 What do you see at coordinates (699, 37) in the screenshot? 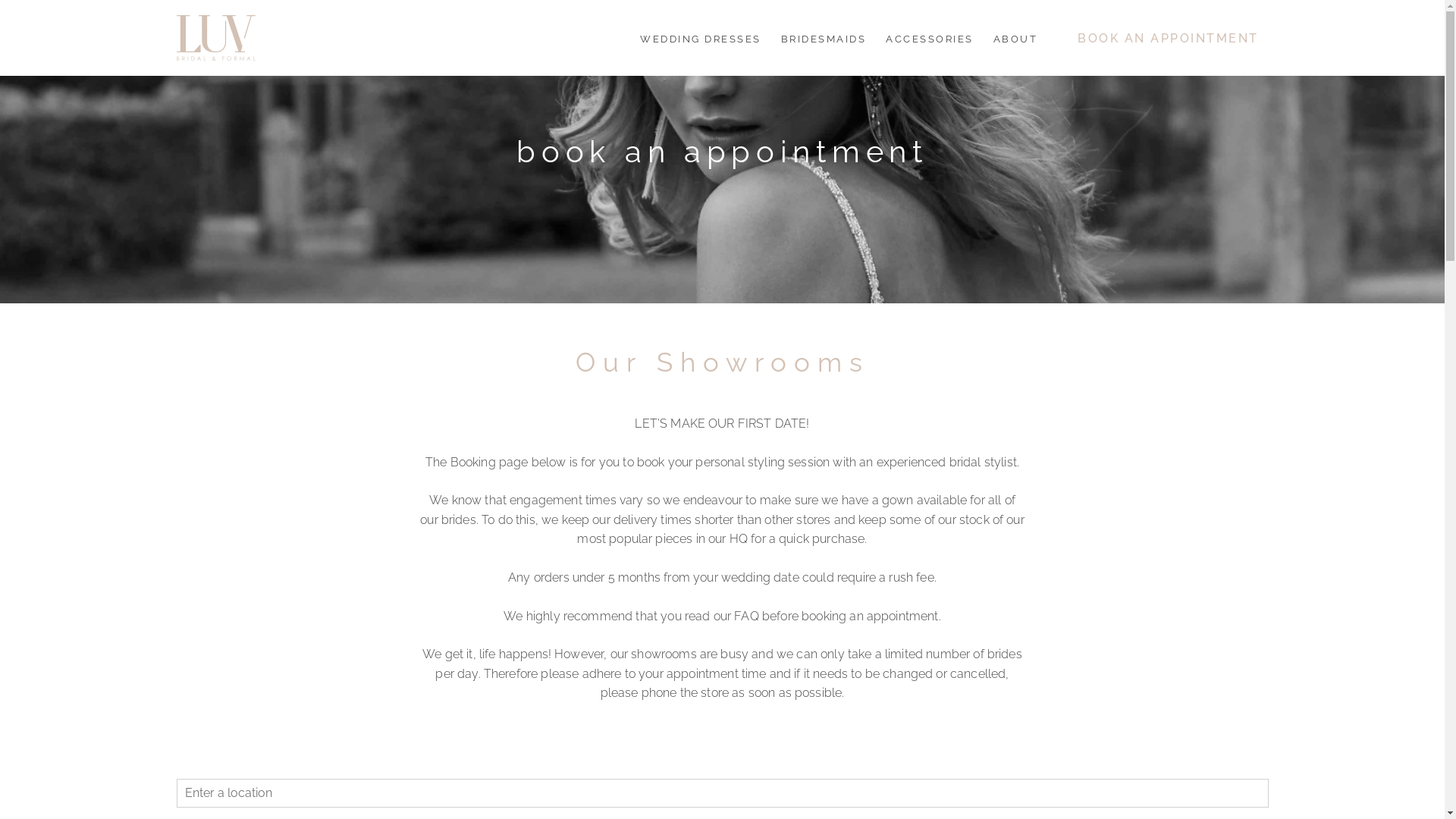
I see `'WEDDING DRESSES'` at bounding box center [699, 37].